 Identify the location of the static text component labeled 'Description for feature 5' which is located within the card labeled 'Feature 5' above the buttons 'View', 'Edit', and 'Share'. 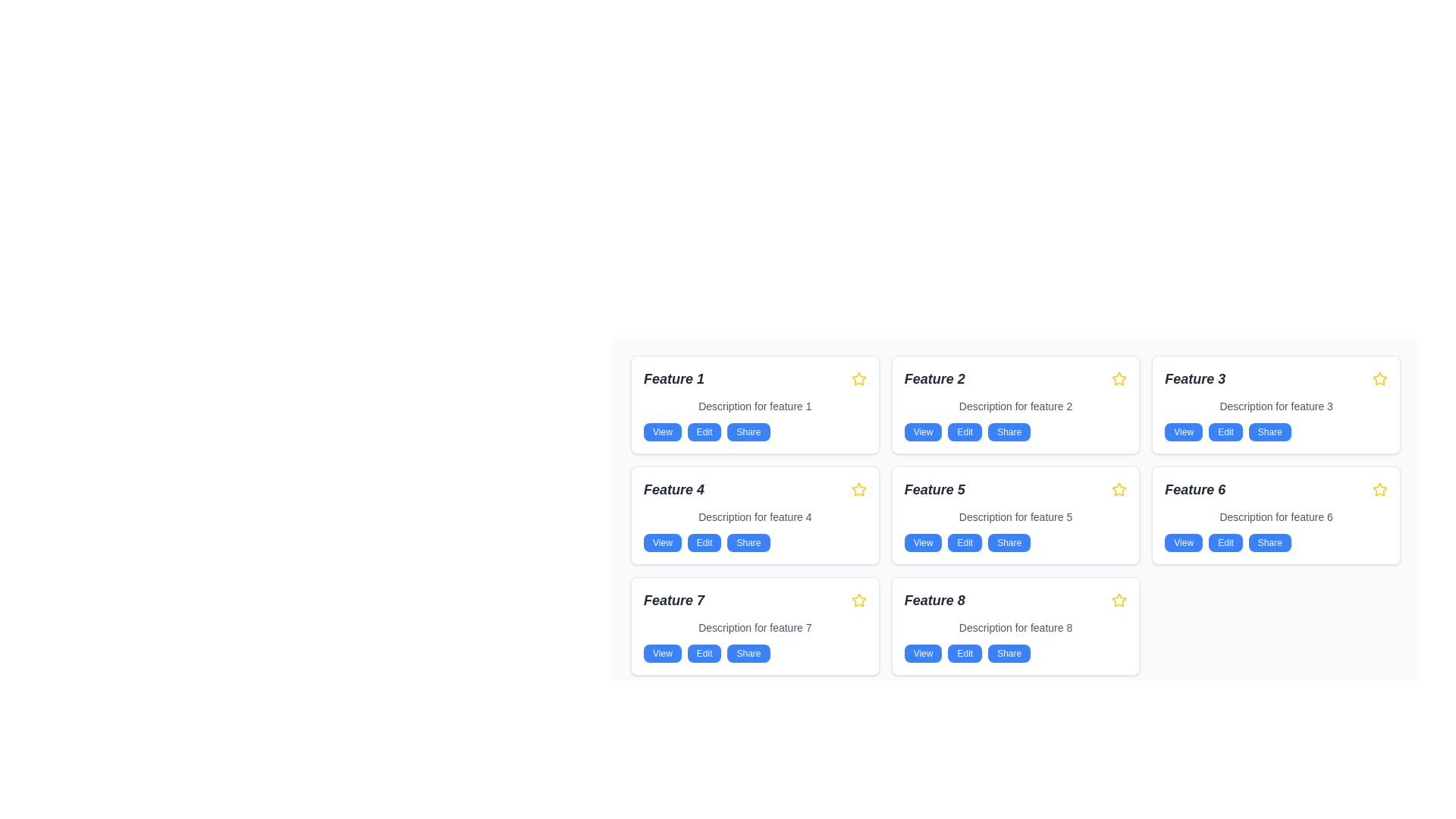
(1015, 516).